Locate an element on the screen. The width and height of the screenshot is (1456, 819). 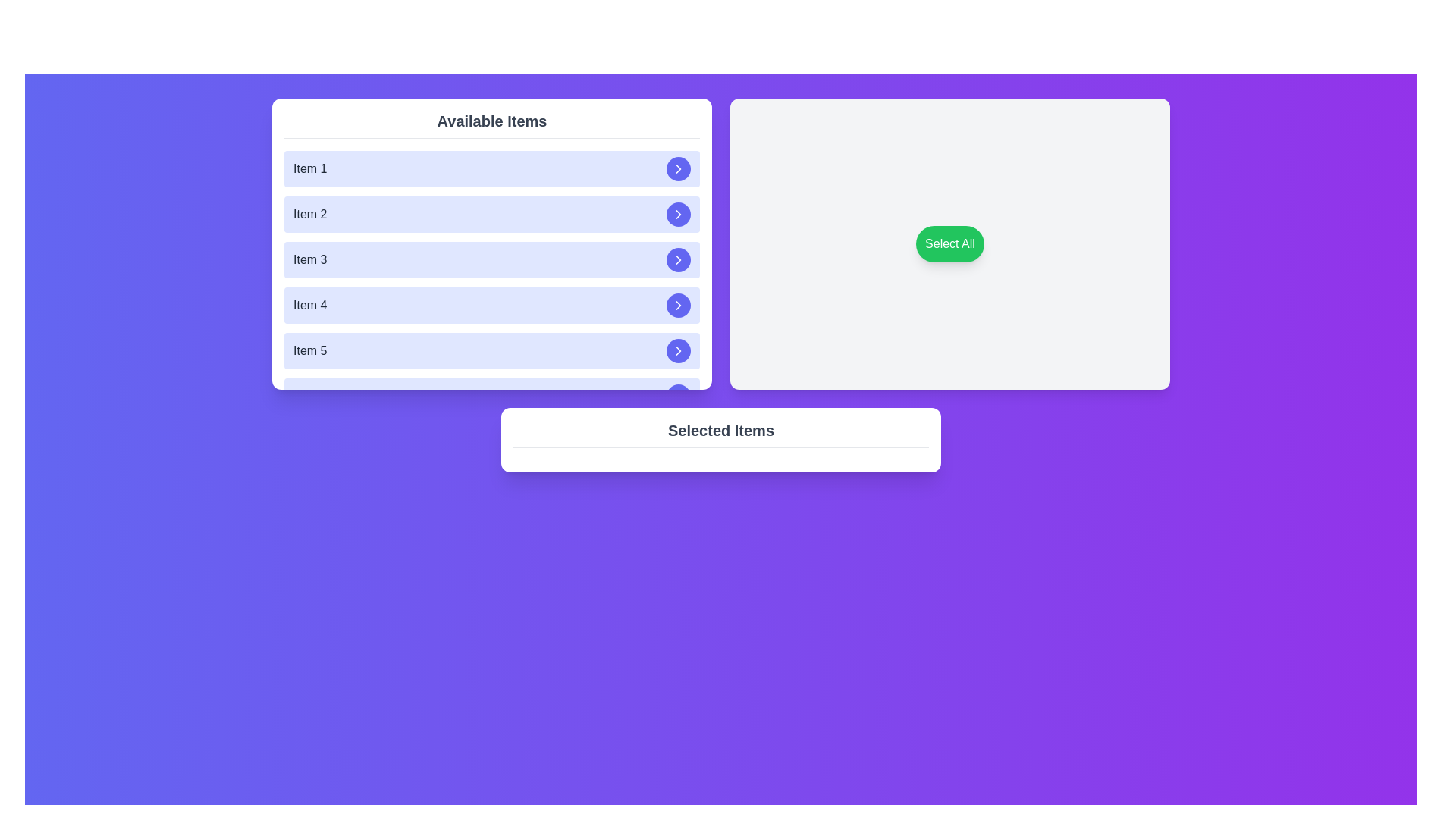
the button related to 'Item 2' is located at coordinates (677, 214).